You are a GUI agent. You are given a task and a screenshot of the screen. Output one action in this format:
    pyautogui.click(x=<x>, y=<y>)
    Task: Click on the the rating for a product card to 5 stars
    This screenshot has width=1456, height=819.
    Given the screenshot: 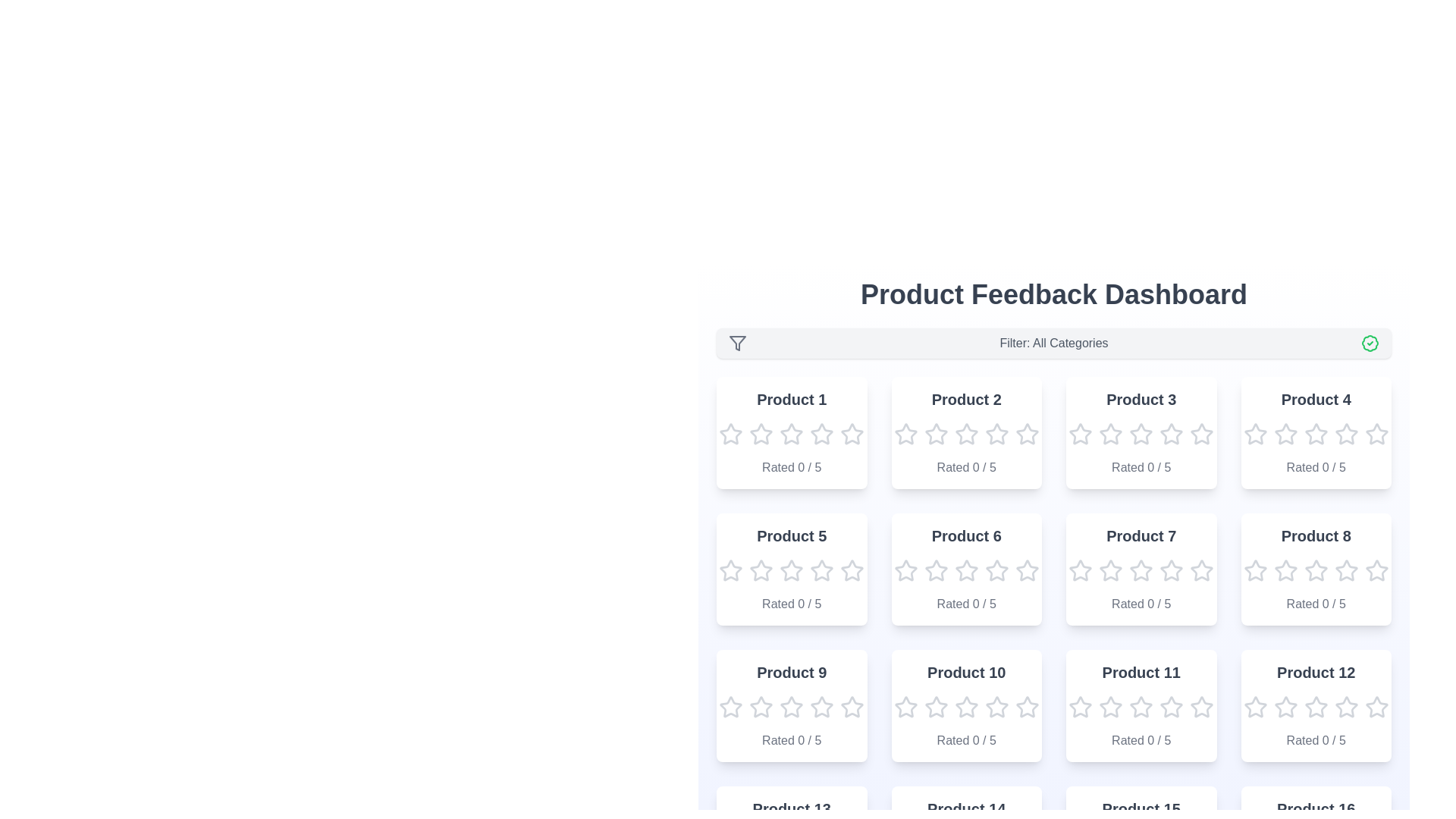 What is the action you would take?
    pyautogui.click(x=852, y=435)
    